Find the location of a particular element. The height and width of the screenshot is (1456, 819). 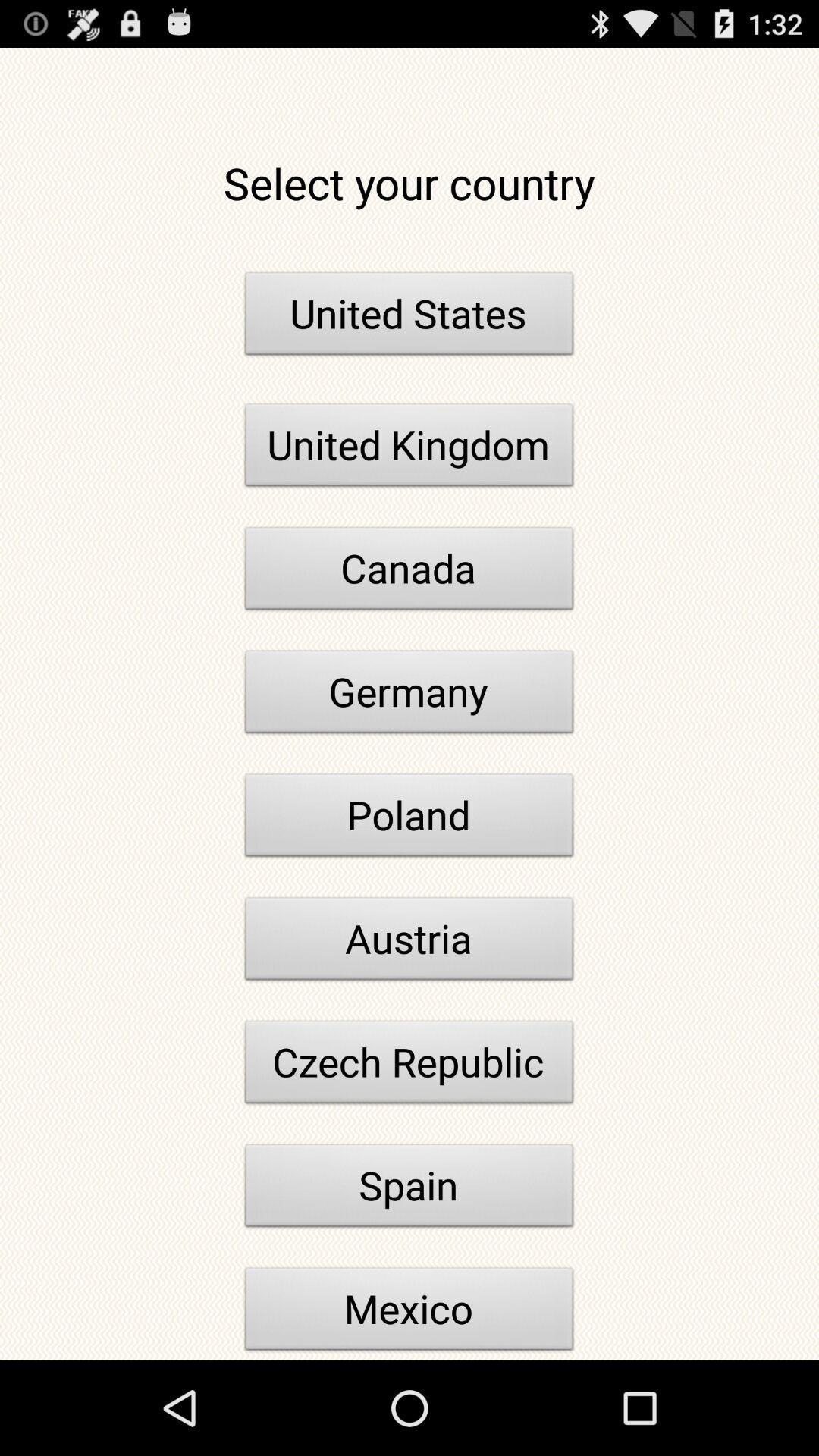

icon above poland item is located at coordinates (409, 695).